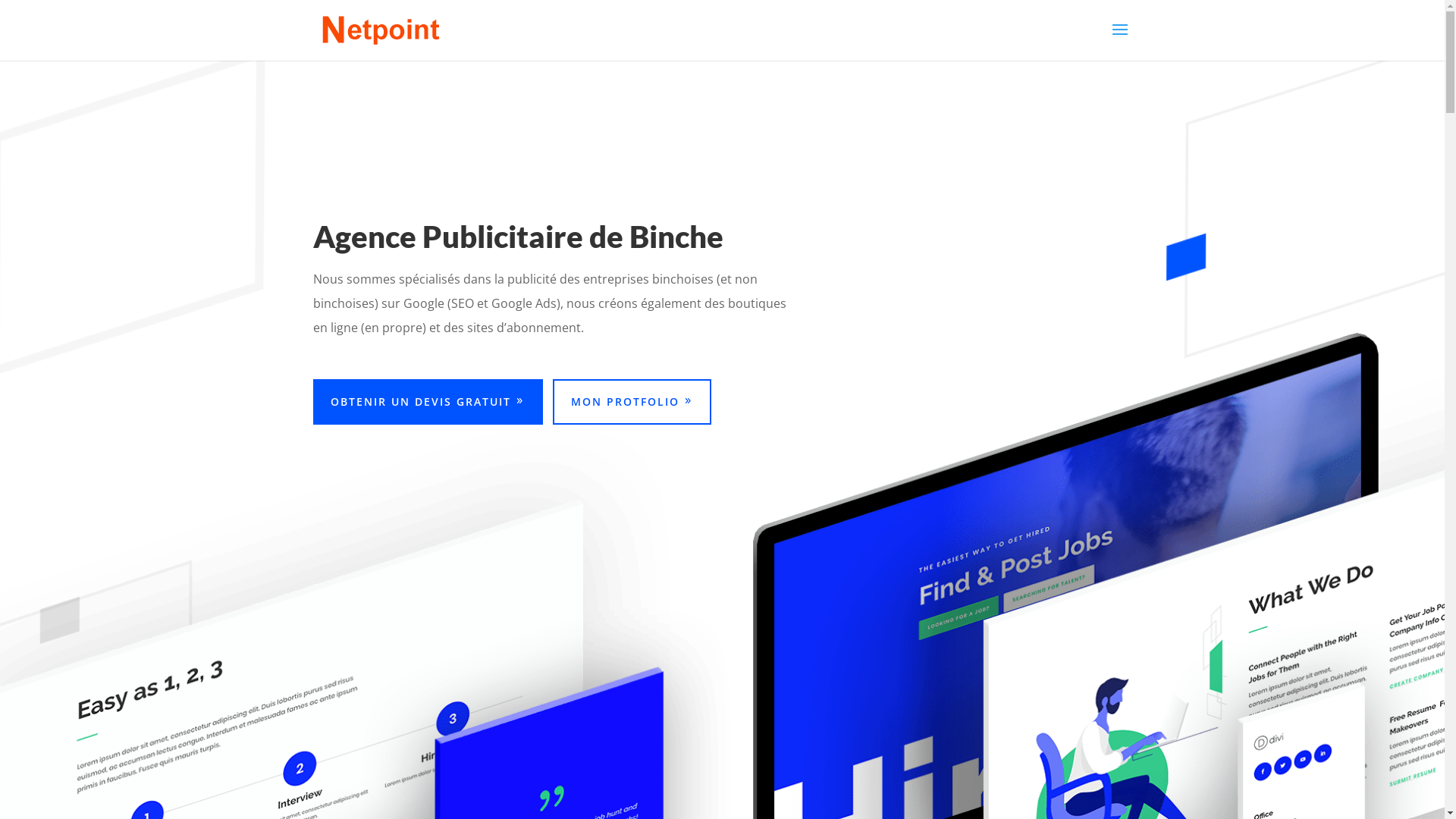  Describe the element at coordinates (632, 400) in the screenshot. I see `'MON PROTFOLIO'` at that location.